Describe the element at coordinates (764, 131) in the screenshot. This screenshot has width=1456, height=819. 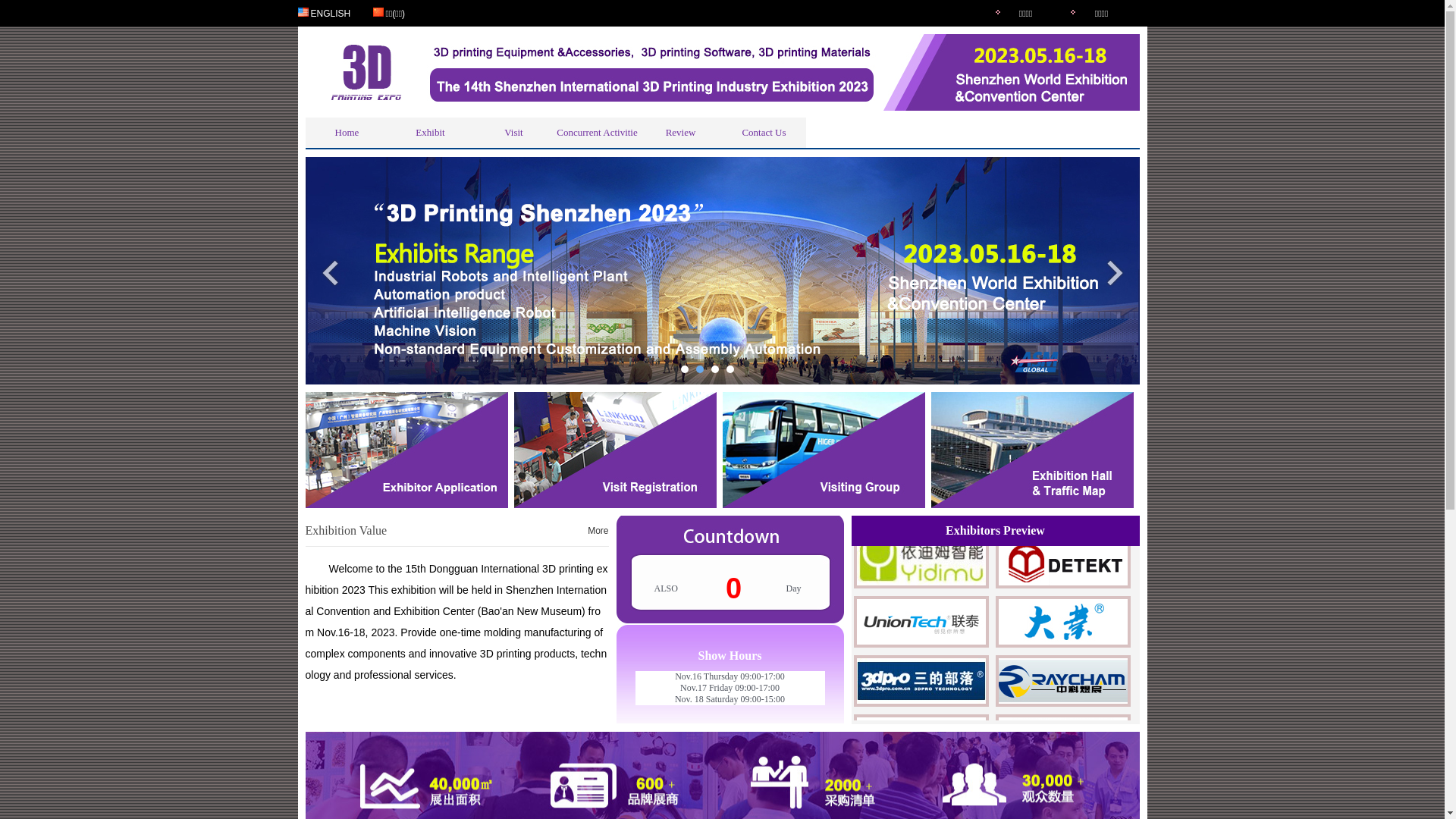
I see `'Contact Us'` at that location.